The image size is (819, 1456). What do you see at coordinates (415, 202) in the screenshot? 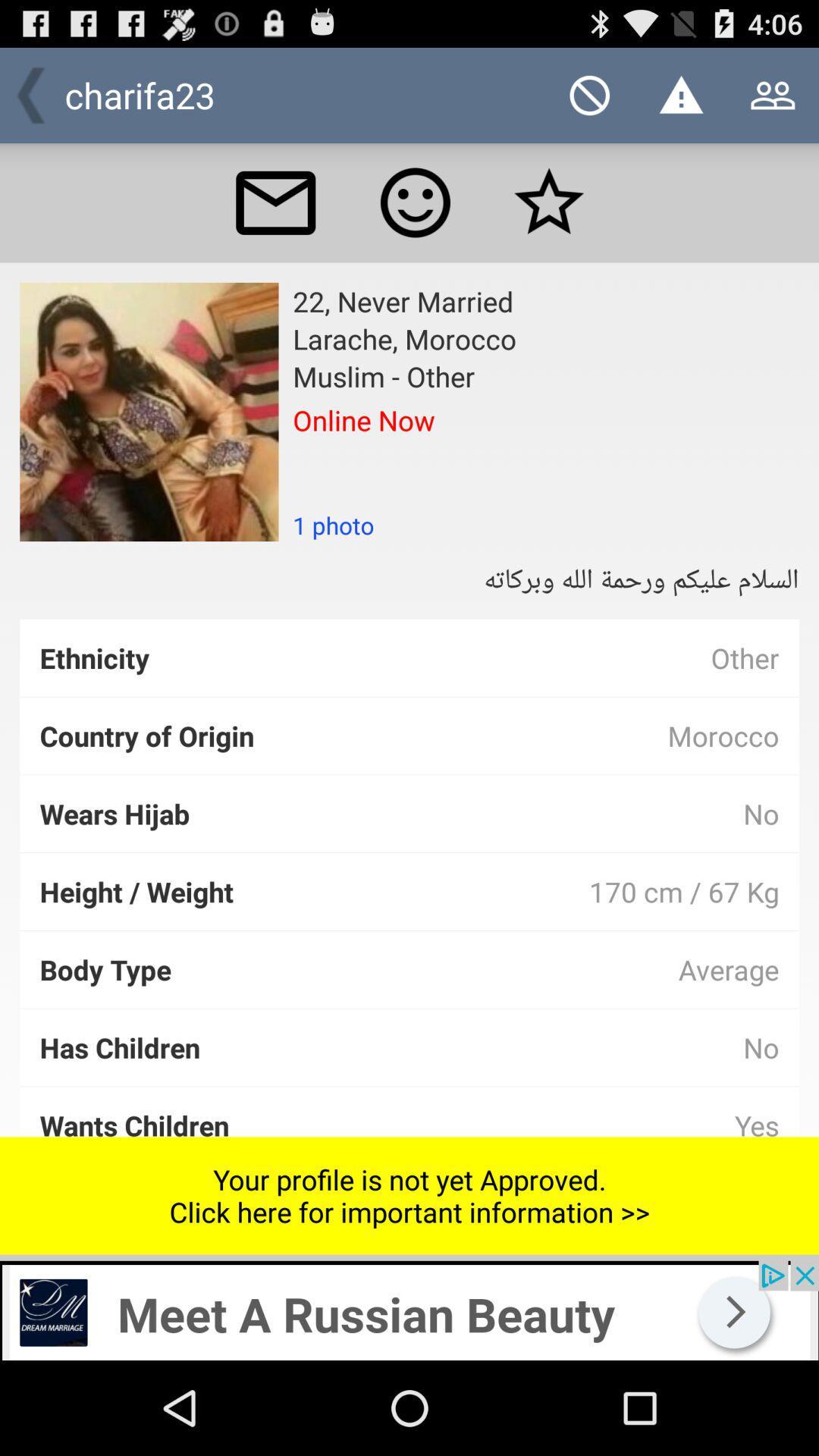
I see `feelings to profile` at bounding box center [415, 202].